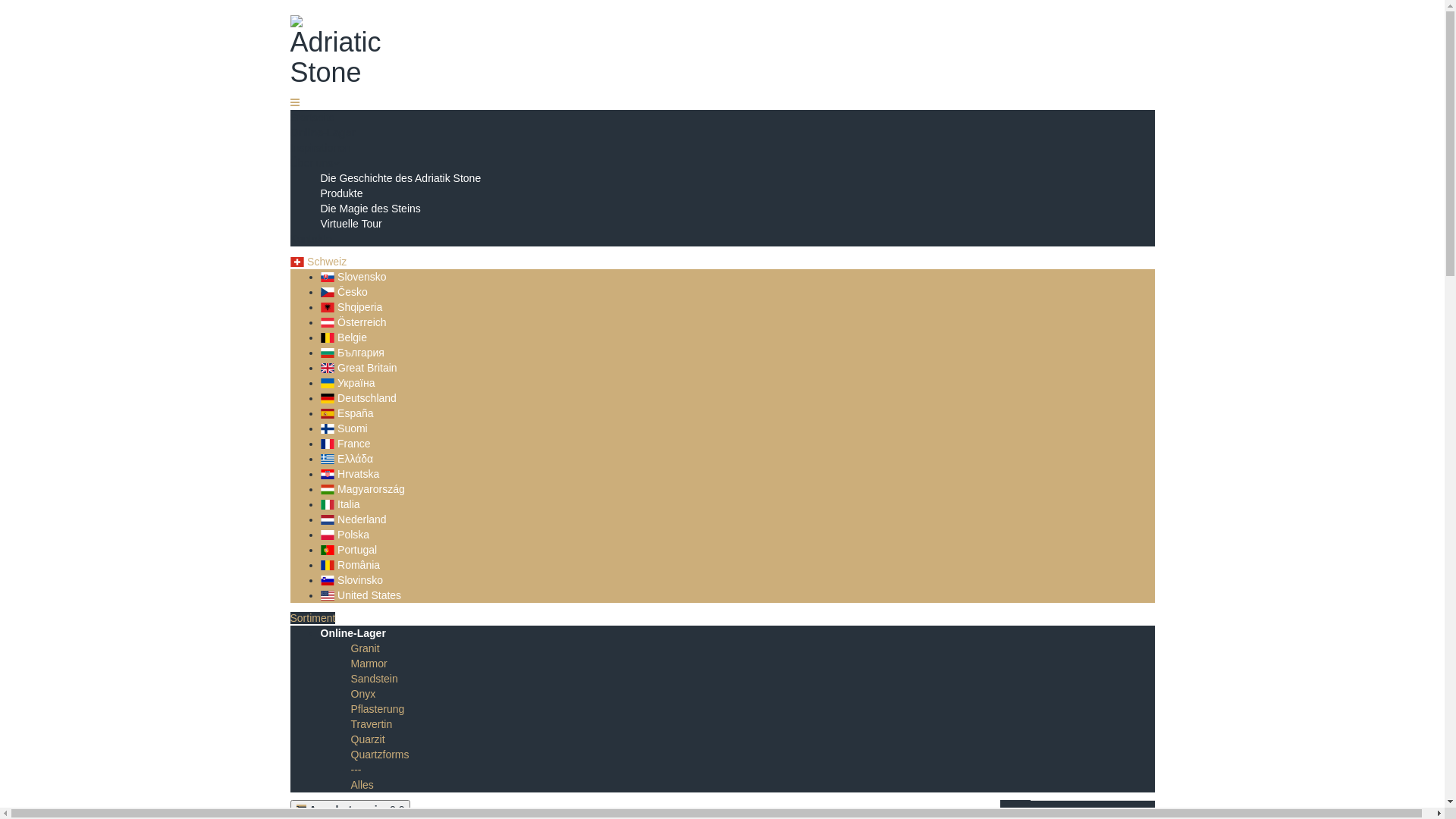 Image resolution: width=1456 pixels, height=819 pixels. I want to click on ' Nederland', so click(352, 519).